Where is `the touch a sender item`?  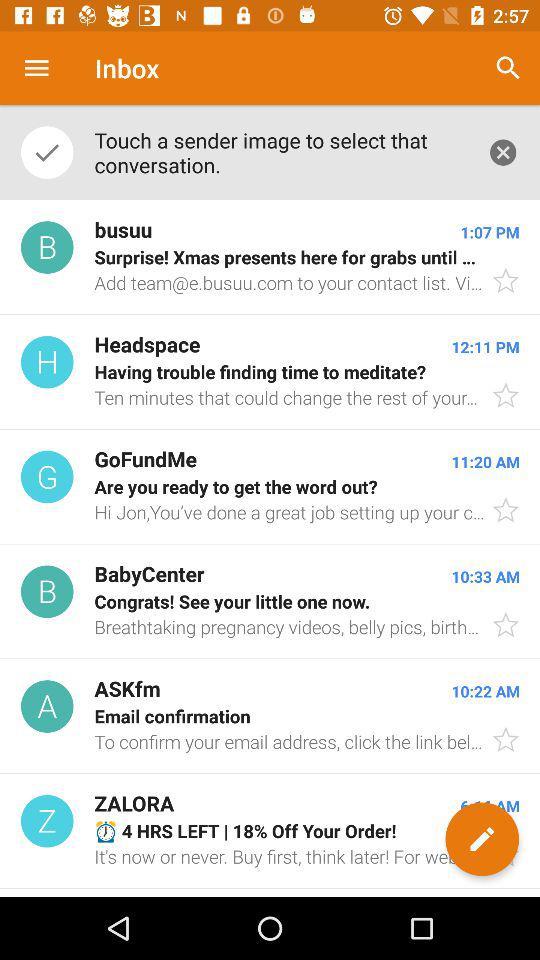 the touch a sender item is located at coordinates (279, 151).